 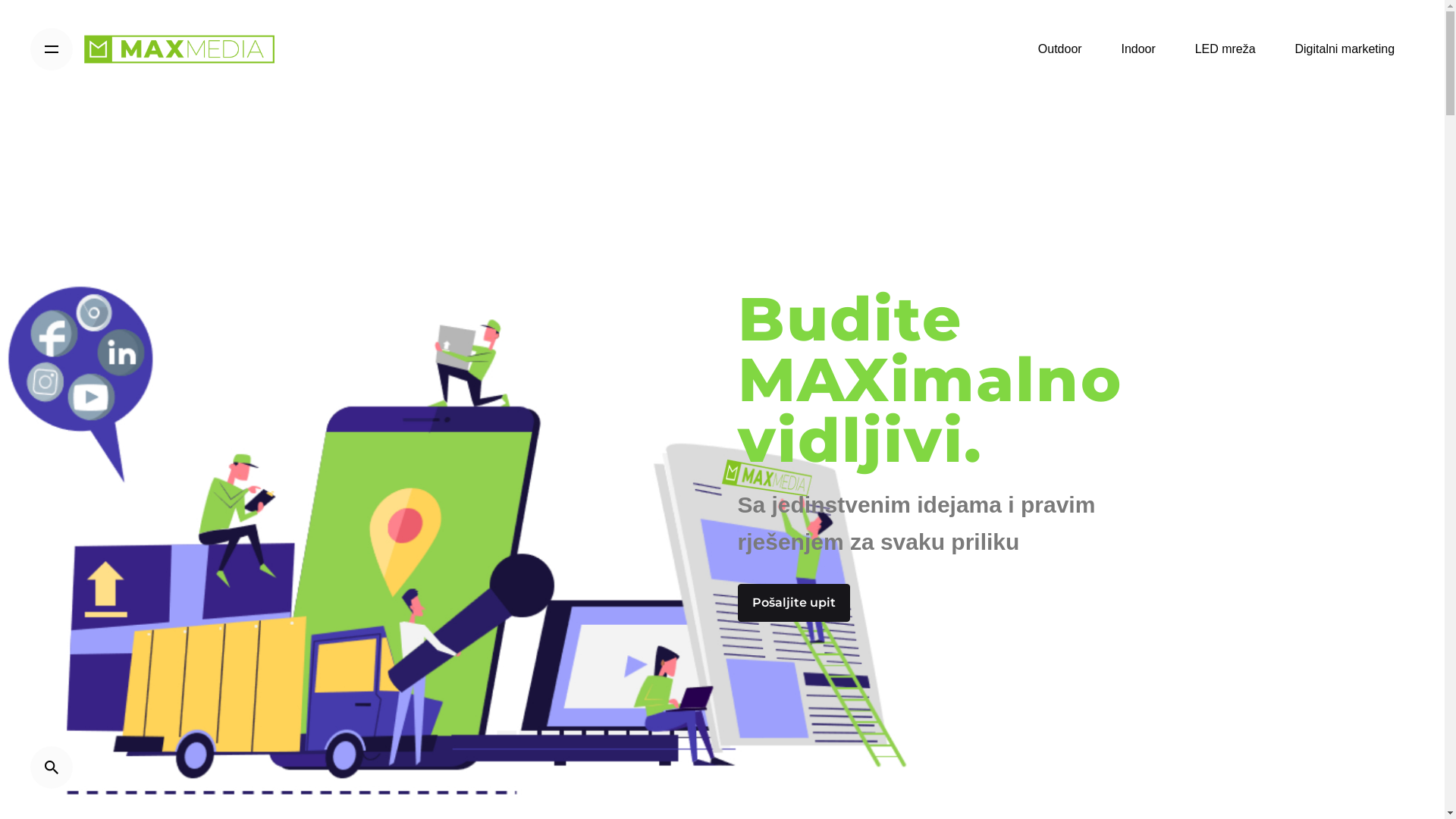 I want to click on 'Indoor', so click(x=1102, y=49).